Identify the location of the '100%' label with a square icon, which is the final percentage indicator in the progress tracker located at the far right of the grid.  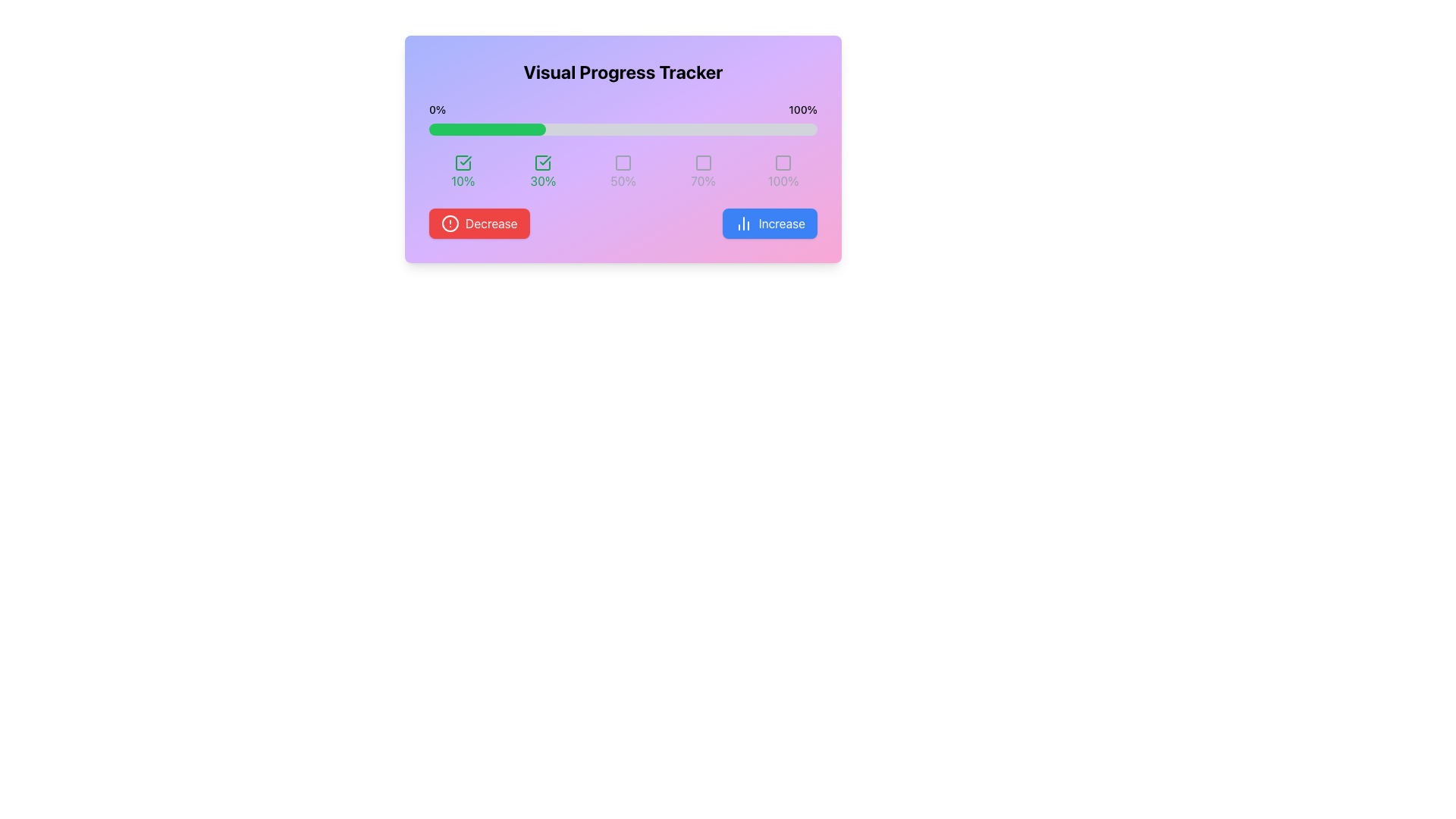
(783, 171).